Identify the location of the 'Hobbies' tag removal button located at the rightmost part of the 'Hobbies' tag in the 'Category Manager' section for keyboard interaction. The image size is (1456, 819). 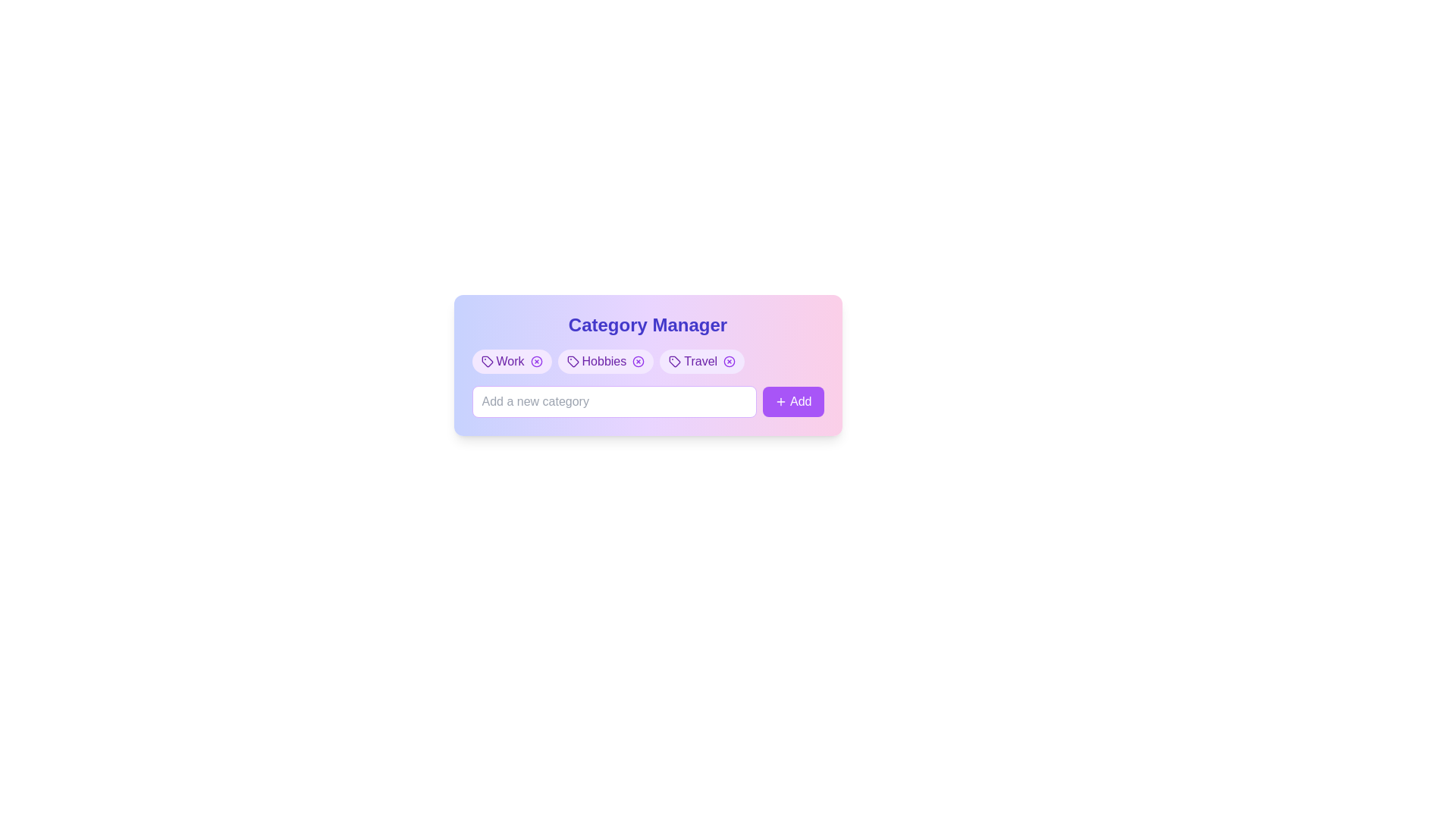
(639, 362).